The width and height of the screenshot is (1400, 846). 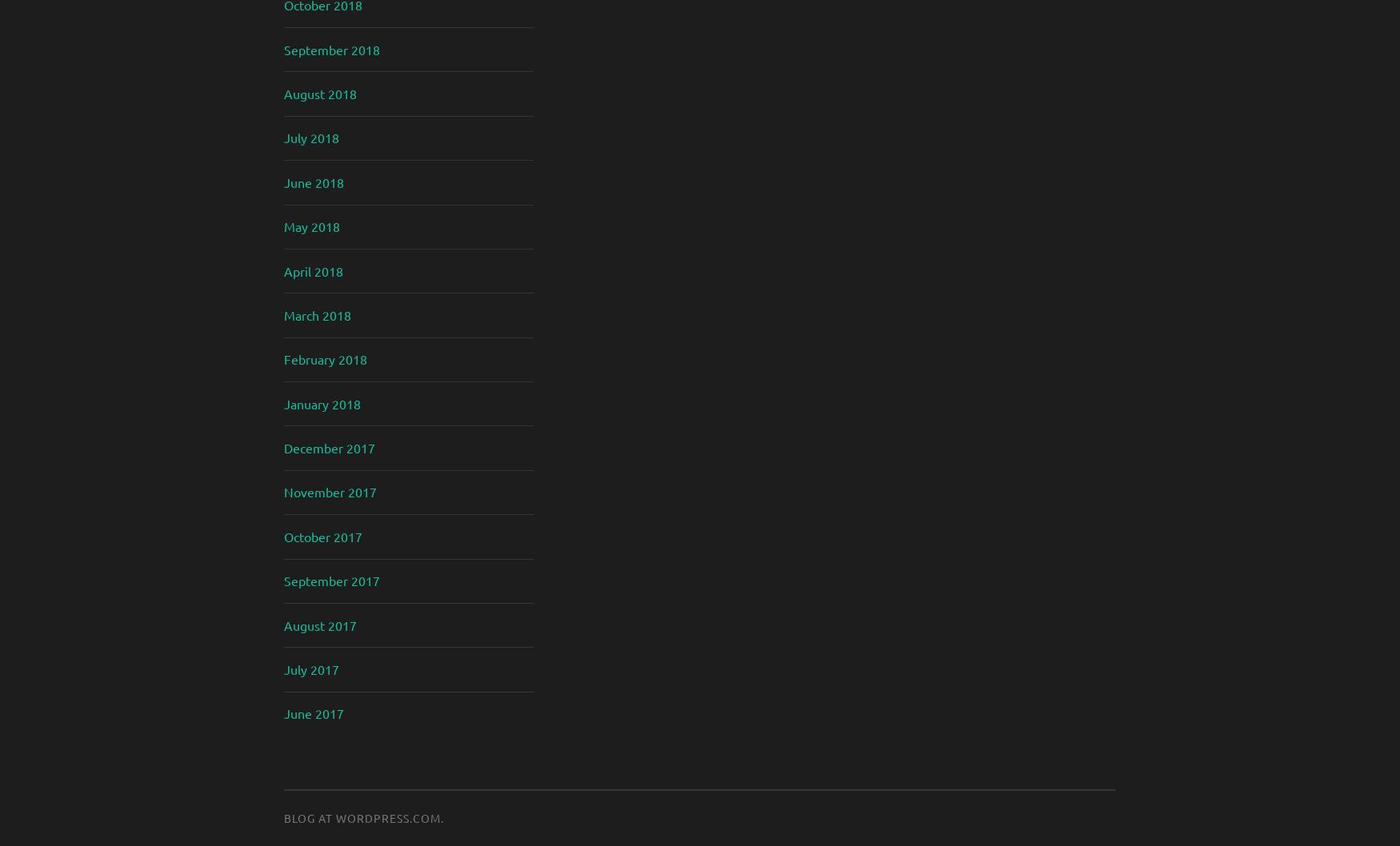 What do you see at coordinates (319, 625) in the screenshot?
I see `'August 2017'` at bounding box center [319, 625].